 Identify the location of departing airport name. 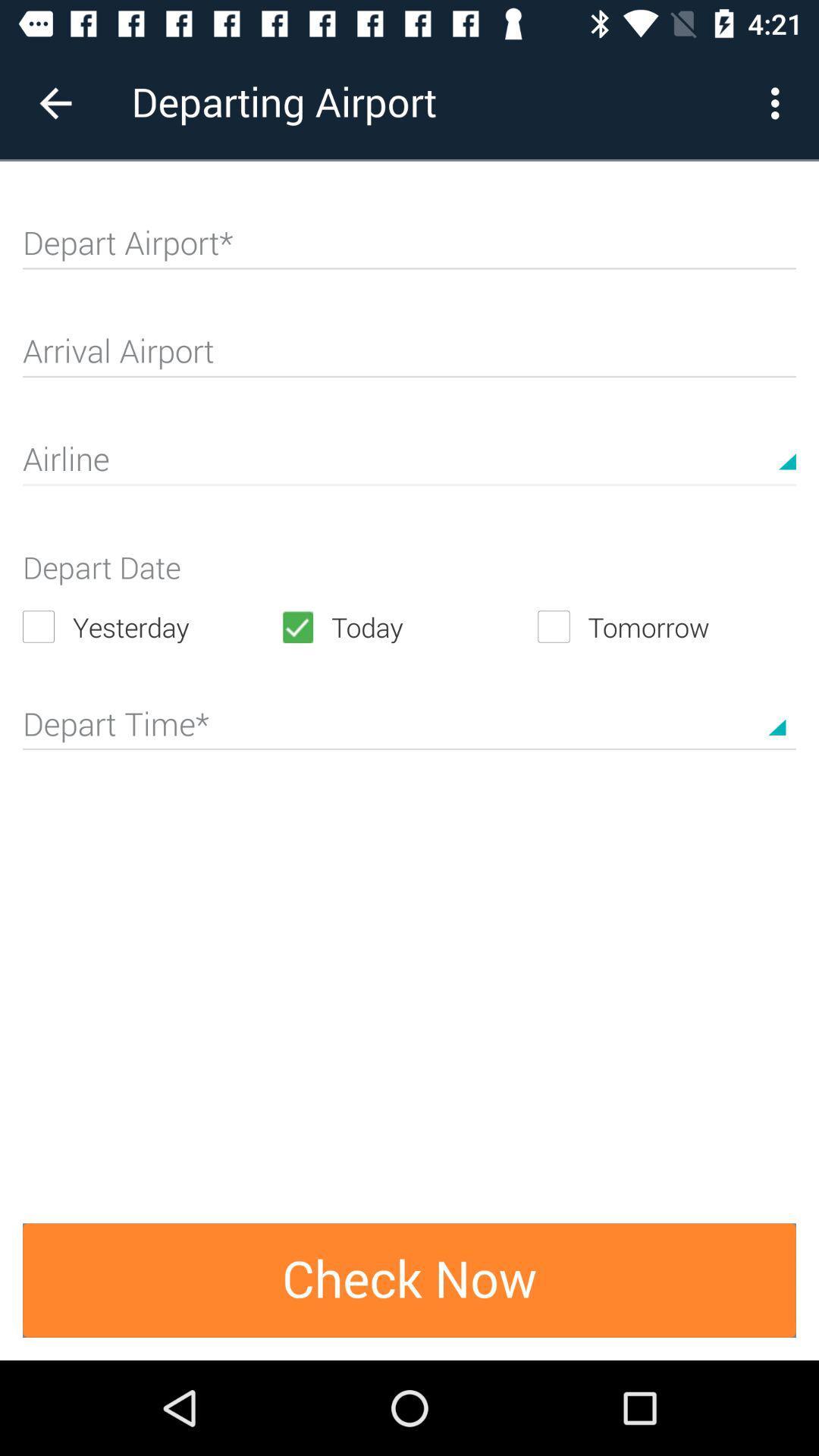
(409, 249).